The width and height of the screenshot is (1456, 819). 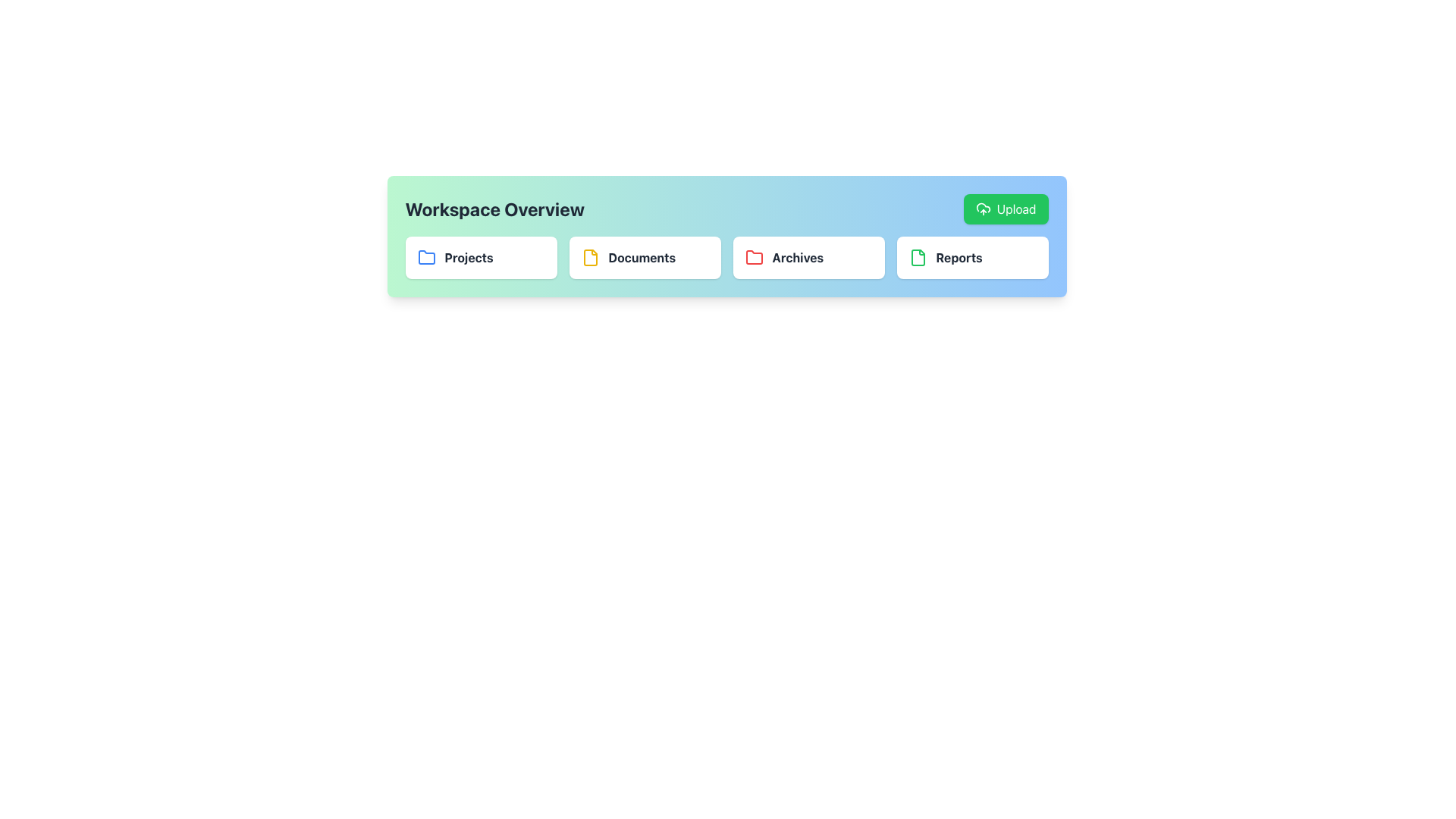 I want to click on the Navigation Bar sections, so click(x=726, y=256).